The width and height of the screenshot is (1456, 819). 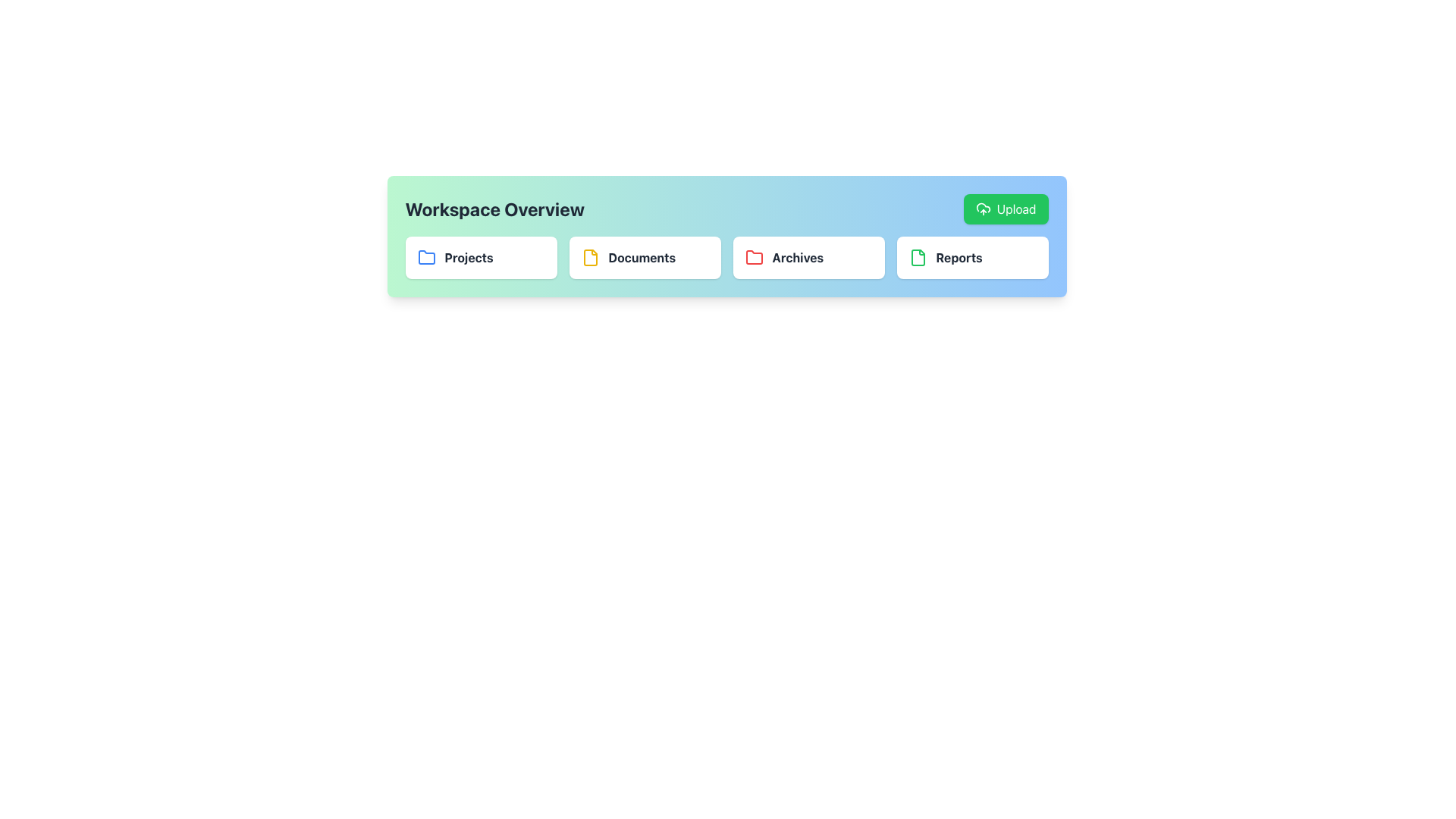 I want to click on the Navigation Bar sections, so click(x=726, y=256).